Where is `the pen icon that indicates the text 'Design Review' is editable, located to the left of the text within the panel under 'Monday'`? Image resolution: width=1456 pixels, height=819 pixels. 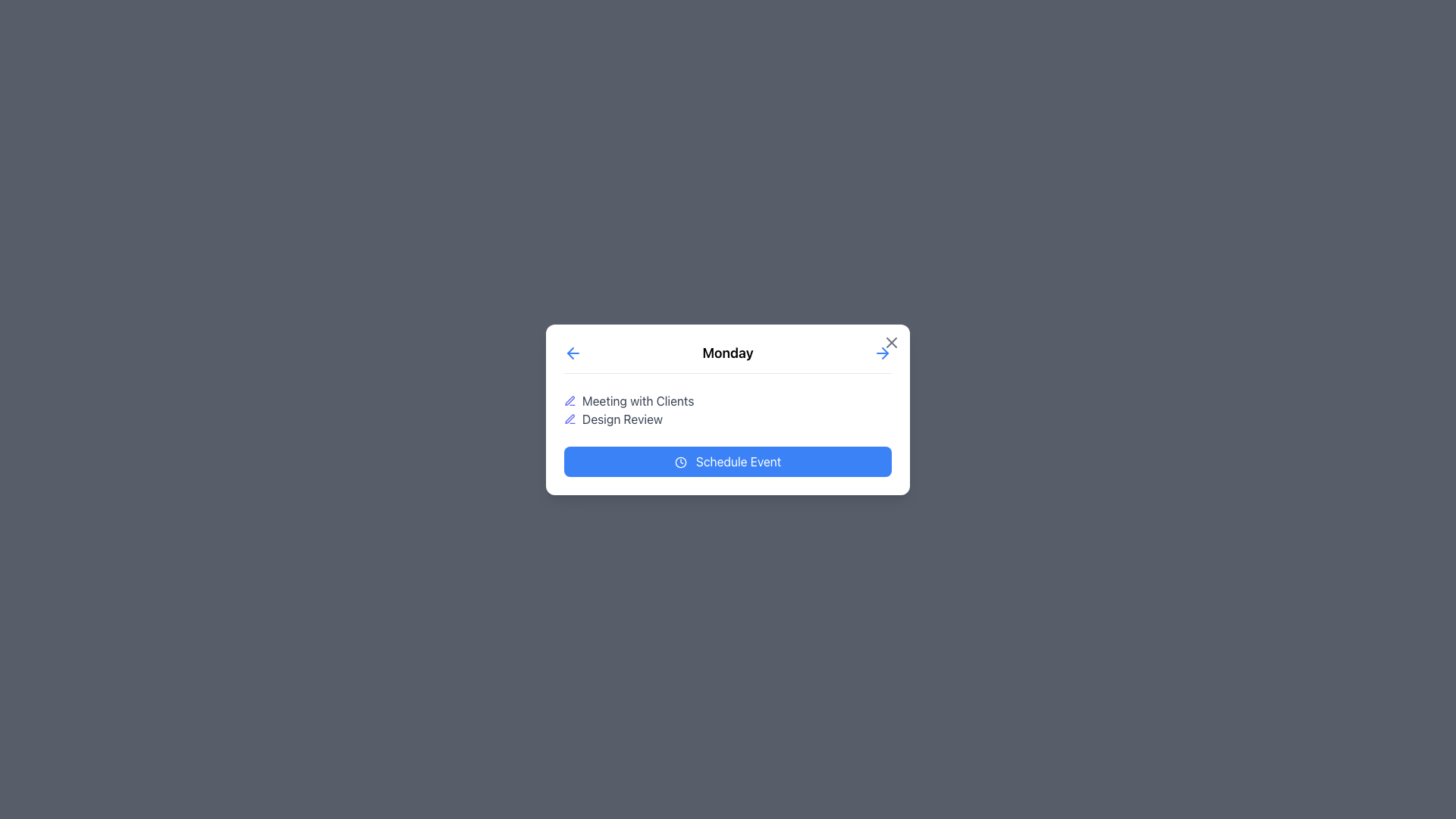
the pen icon that indicates the text 'Design Review' is editable, located to the left of the text within the panel under 'Monday' is located at coordinates (570, 419).